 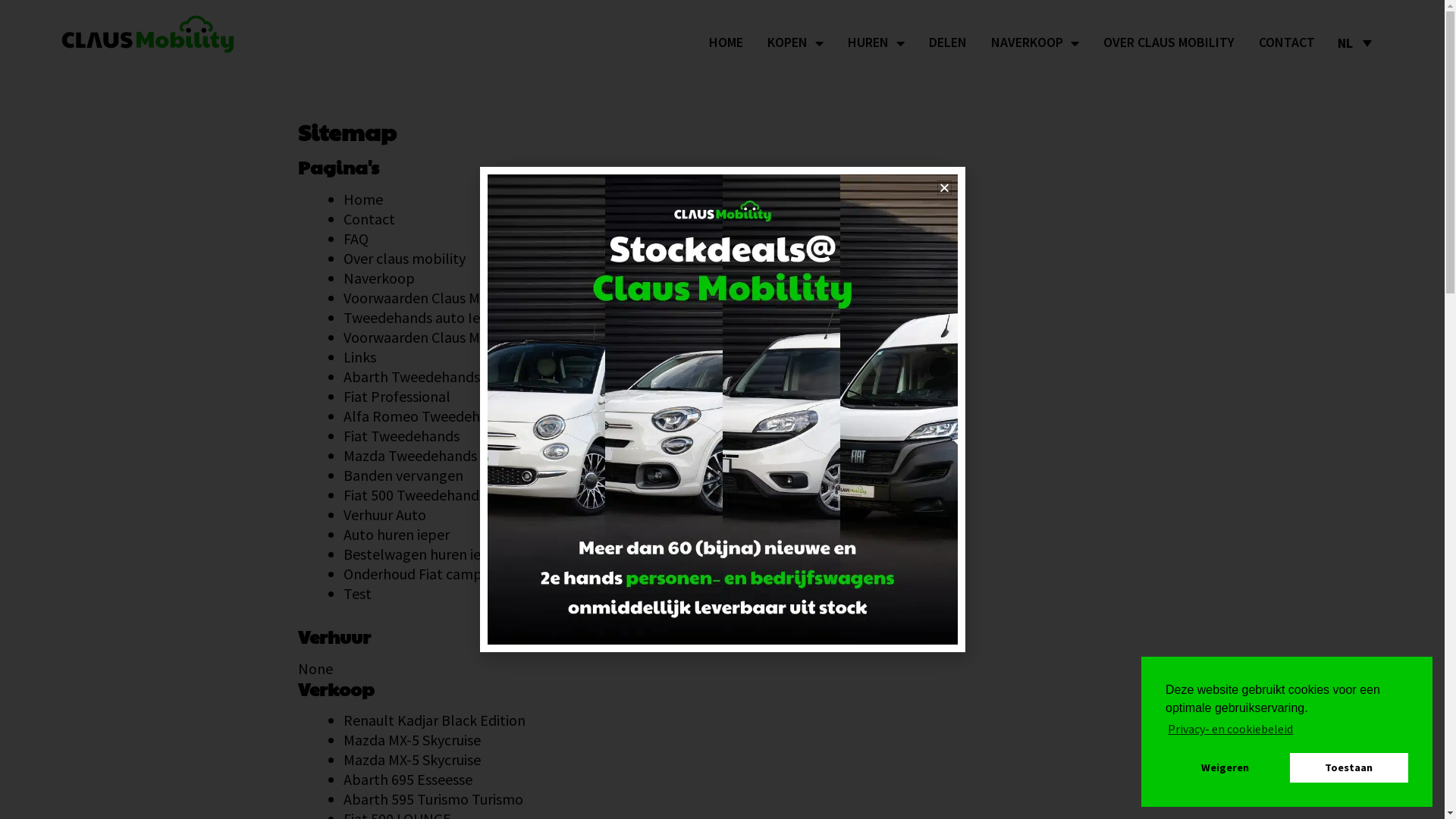 I want to click on 'FAQ', so click(x=354, y=238).